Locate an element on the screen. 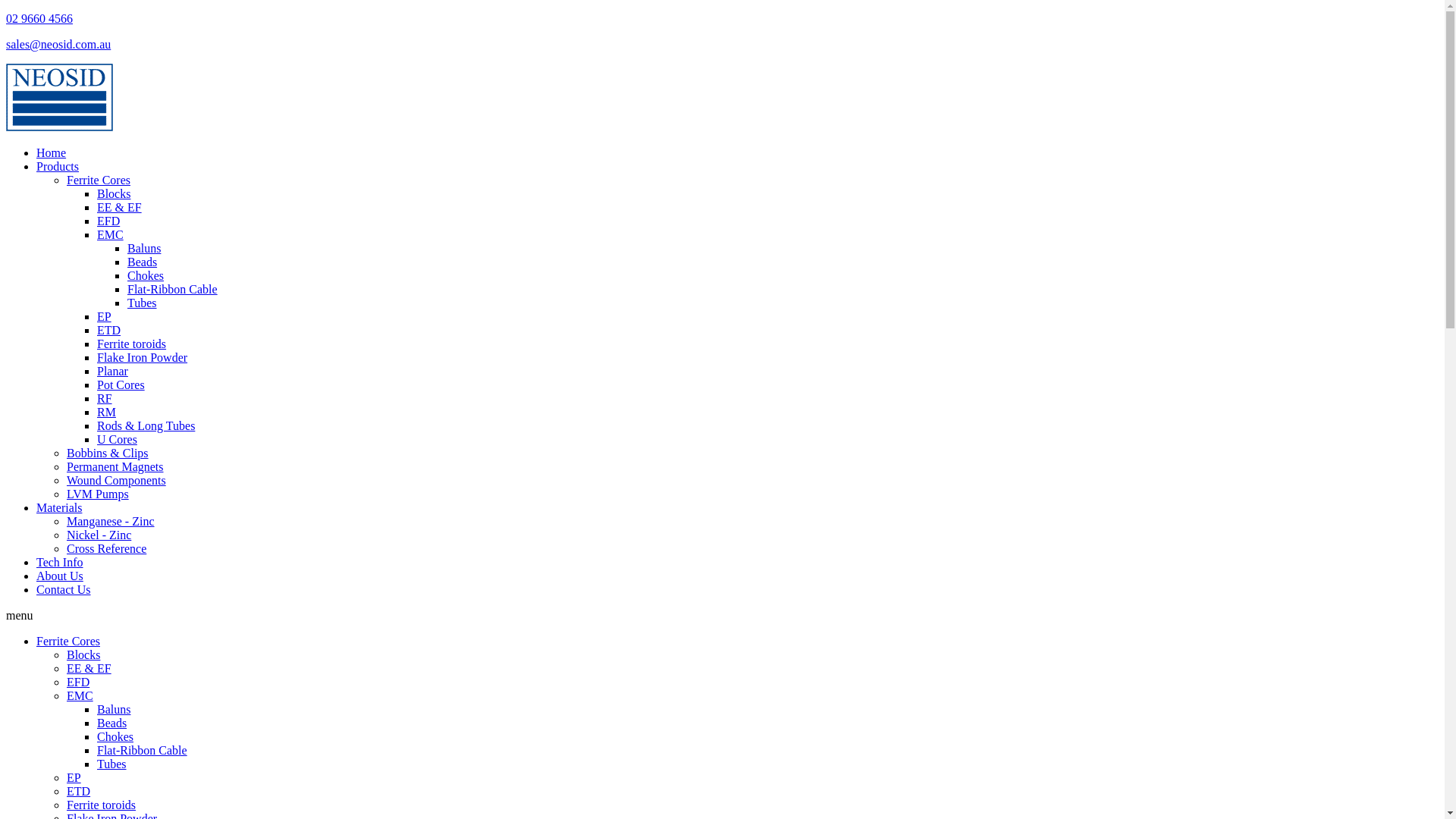 The width and height of the screenshot is (1456, 819). 'Home' is located at coordinates (51, 152).